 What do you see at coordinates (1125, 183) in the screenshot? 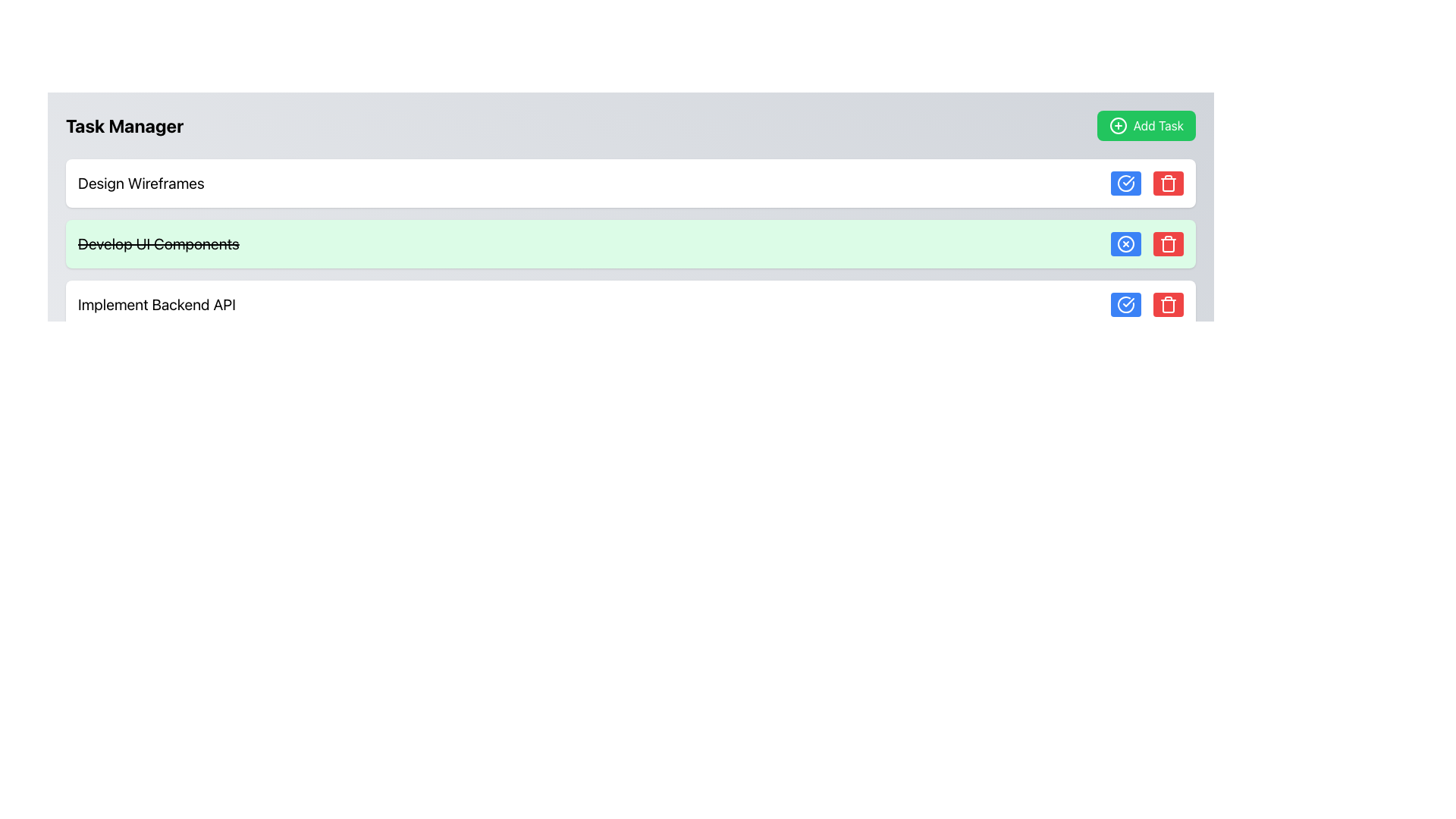
I see `the confirmation button, which is the third icon in the row of action icons to the right of the 'Implement Backend API' list item` at bounding box center [1125, 183].